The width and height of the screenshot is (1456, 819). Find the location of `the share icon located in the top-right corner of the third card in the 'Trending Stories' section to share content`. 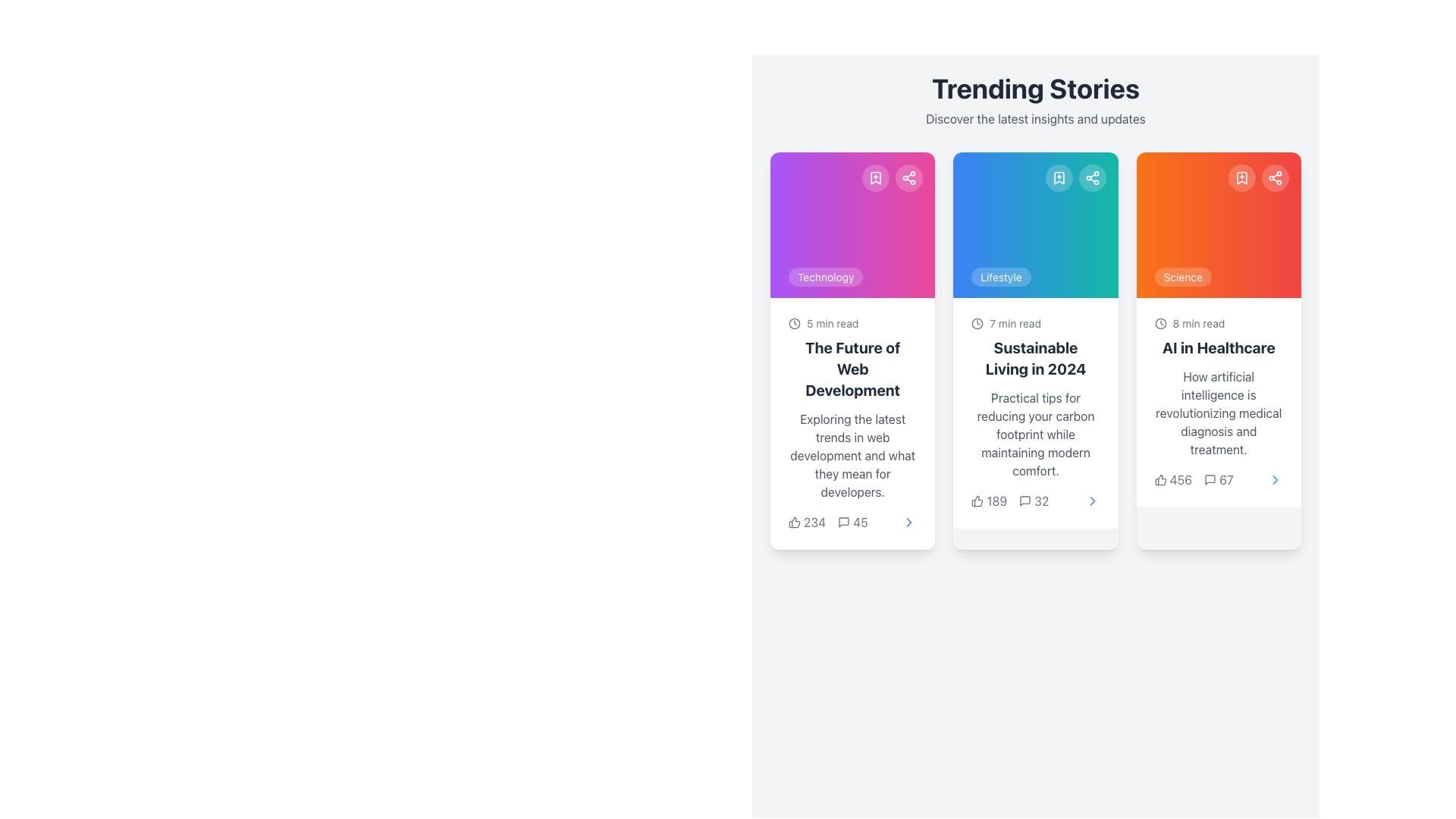

the share icon located in the top-right corner of the third card in the 'Trending Stories' section to share content is located at coordinates (1092, 177).